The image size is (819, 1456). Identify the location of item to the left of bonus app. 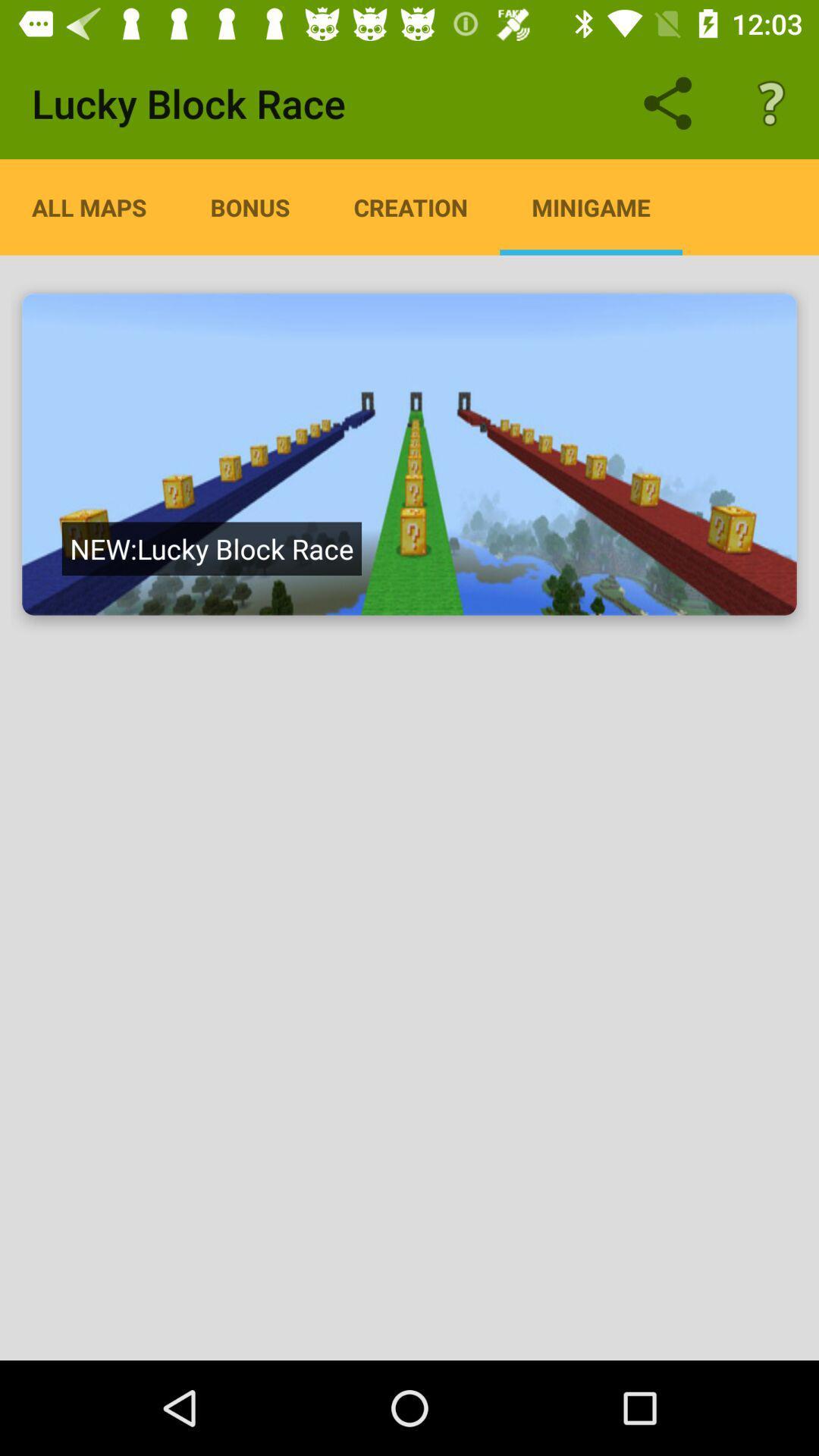
(89, 206).